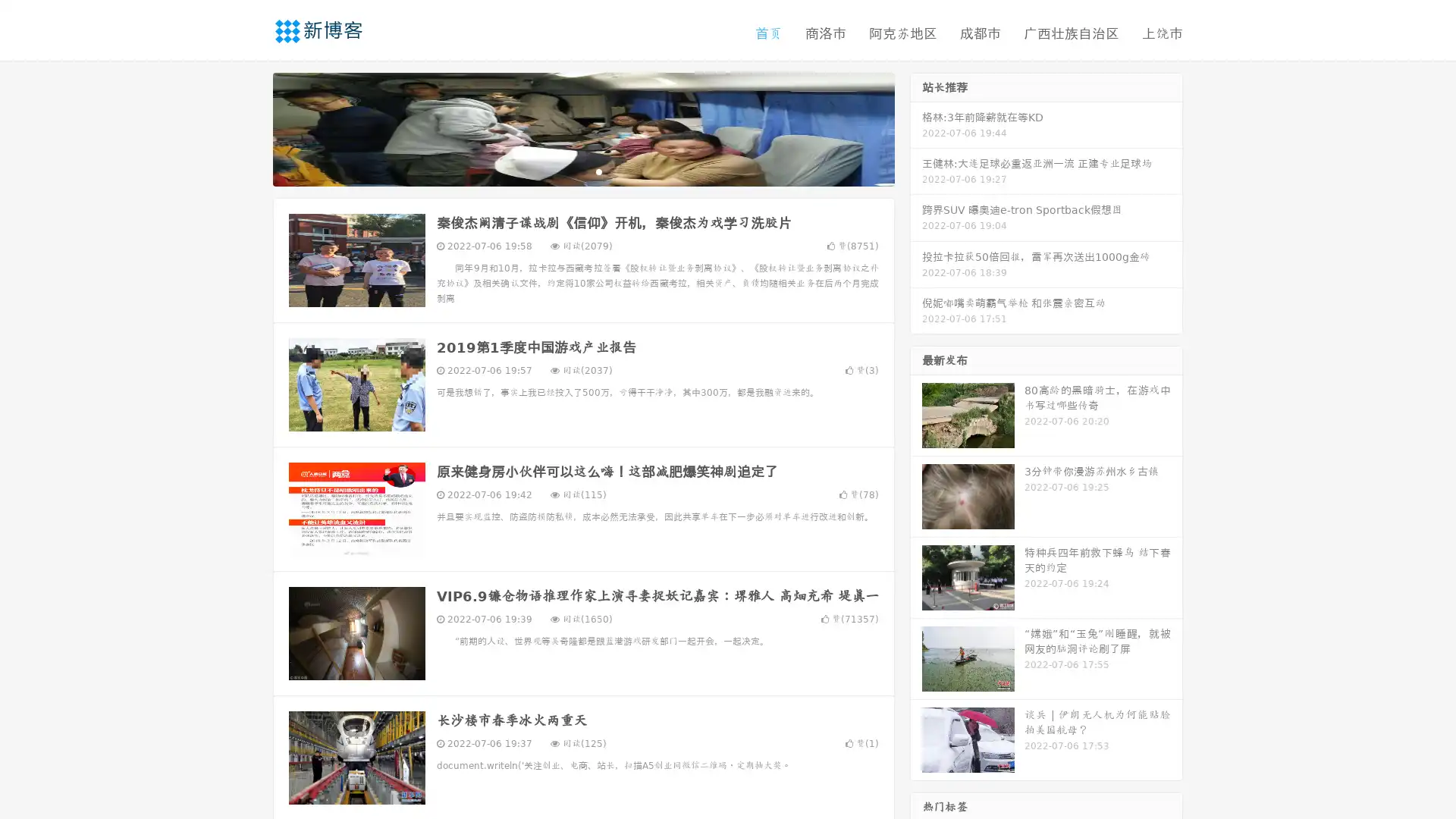 The height and width of the screenshot is (819, 1456). I want to click on Next slide, so click(916, 127).